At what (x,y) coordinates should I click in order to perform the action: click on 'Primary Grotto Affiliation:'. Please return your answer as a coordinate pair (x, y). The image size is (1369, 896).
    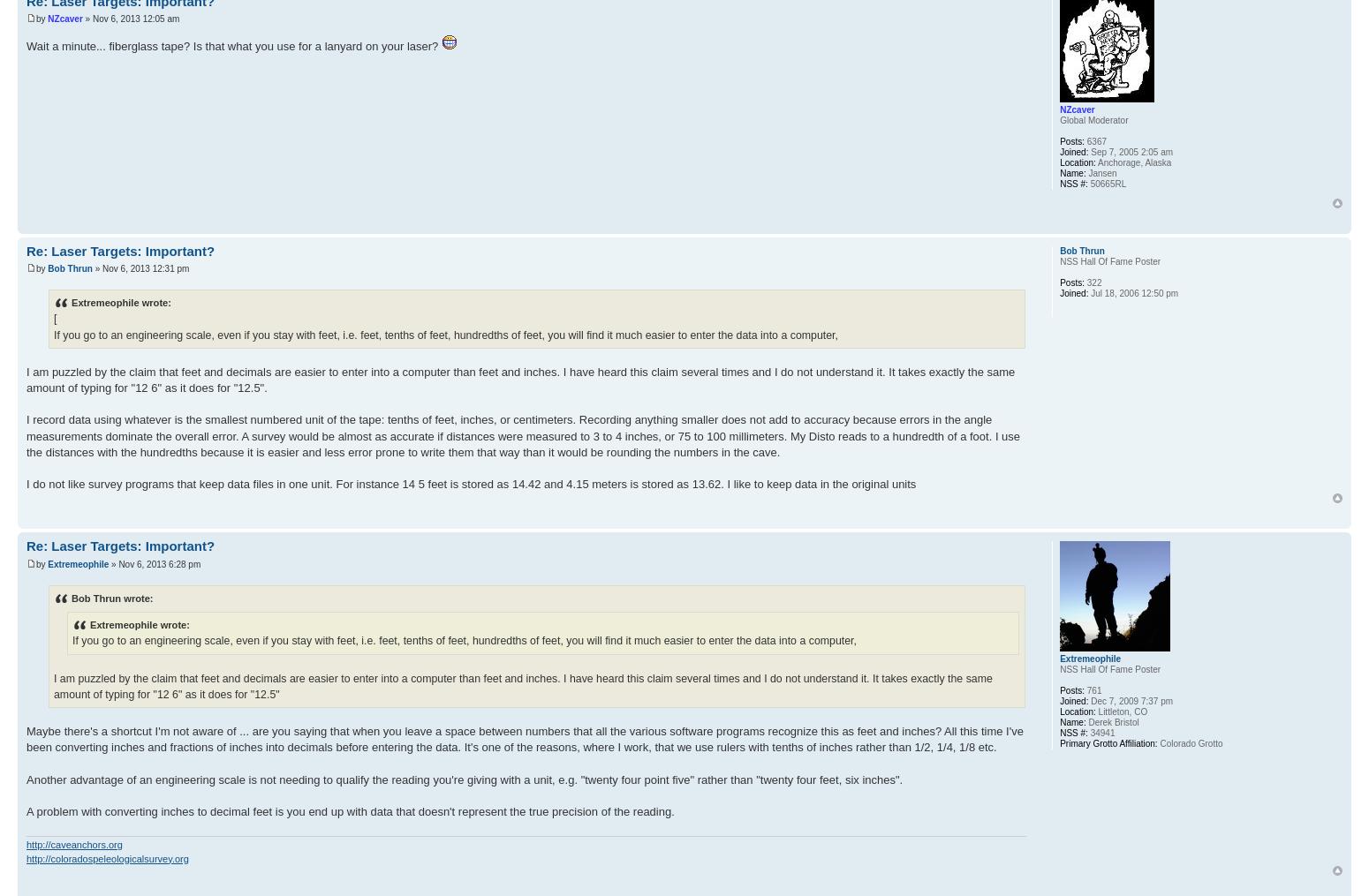
    Looking at the image, I should click on (1108, 743).